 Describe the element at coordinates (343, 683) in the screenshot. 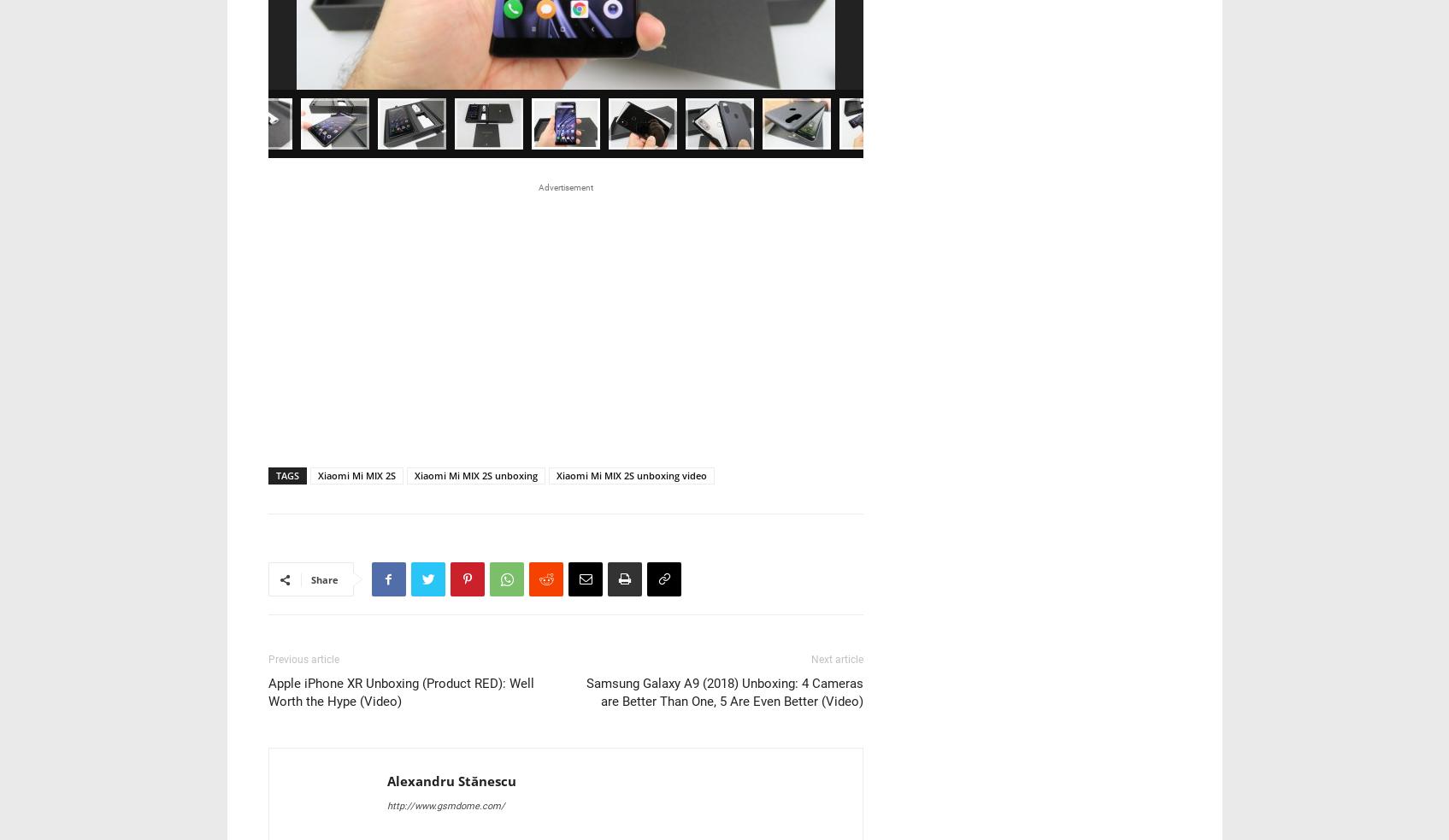

I see `'RELATED ARTICLES'` at that location.